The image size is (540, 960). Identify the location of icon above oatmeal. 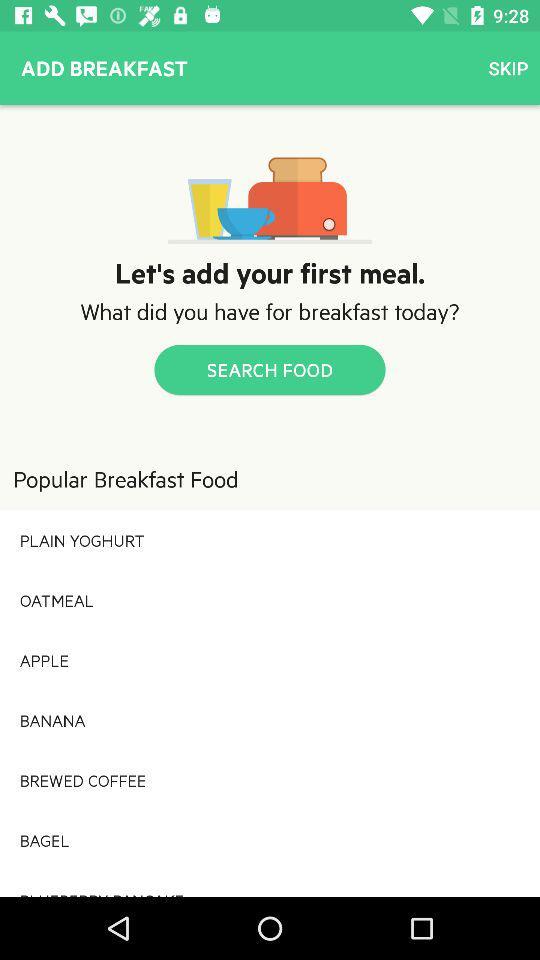
(270, 539).